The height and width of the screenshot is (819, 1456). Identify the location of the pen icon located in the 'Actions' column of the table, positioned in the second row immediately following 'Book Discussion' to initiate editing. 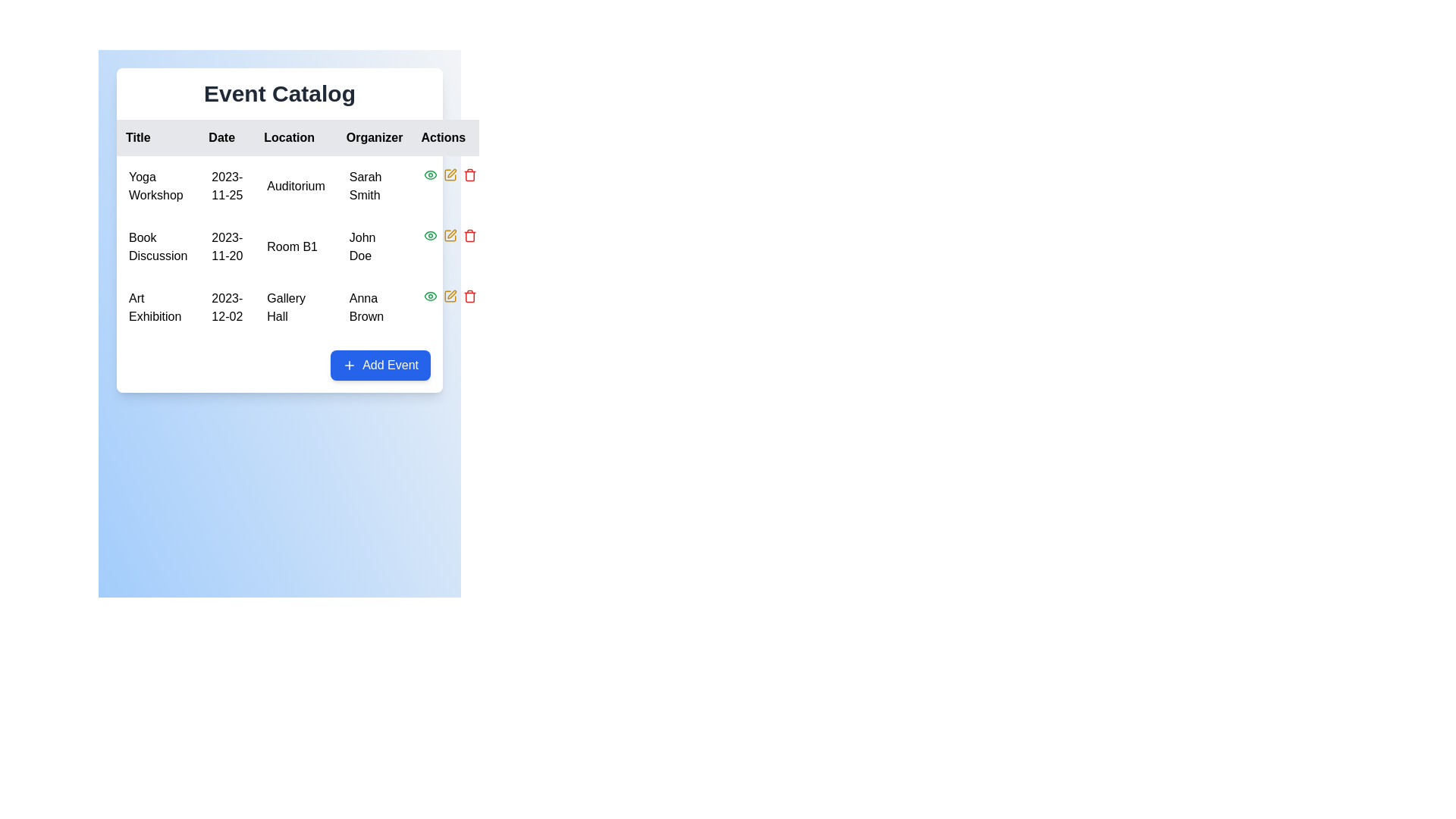
(451, 234).